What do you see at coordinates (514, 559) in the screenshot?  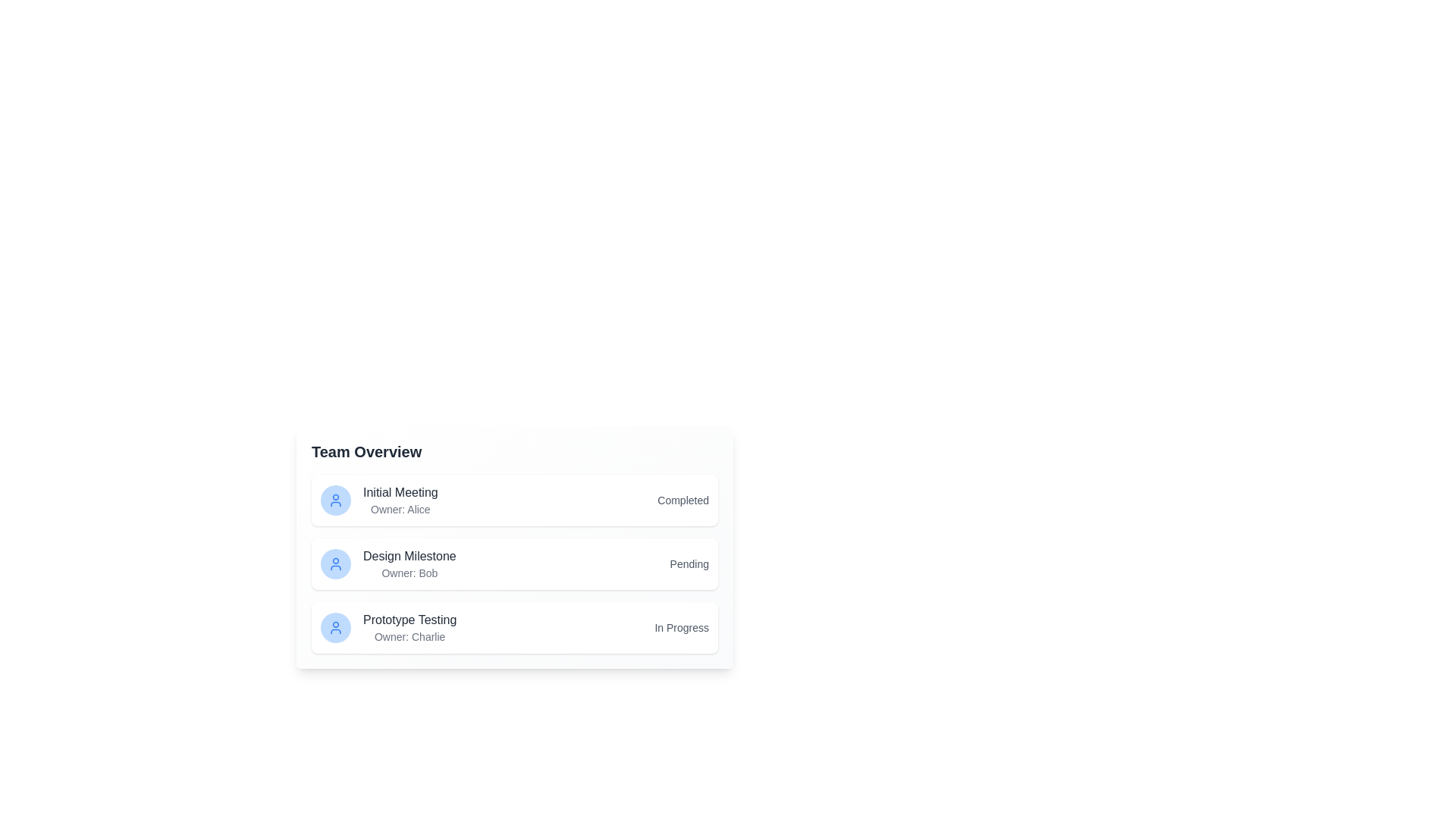 I see `the second List Item in the 'Team Overview' section, which prominently displays 'Design Milestone' on the left, 'Owner: Bob' underneath, and 'Pending' on the right` at bounding box center [514, 559].